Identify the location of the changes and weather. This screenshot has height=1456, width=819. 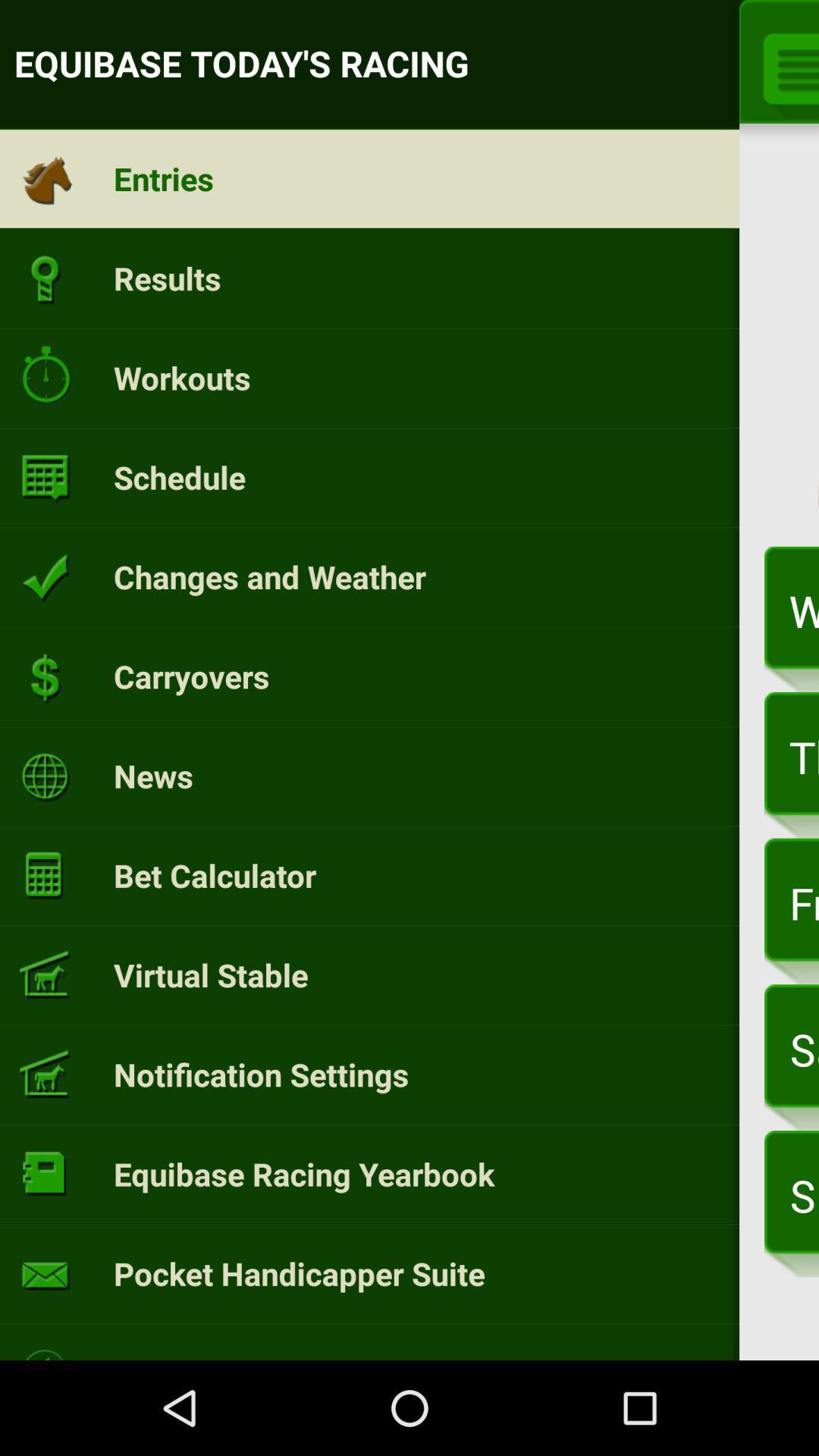
(268, 576).